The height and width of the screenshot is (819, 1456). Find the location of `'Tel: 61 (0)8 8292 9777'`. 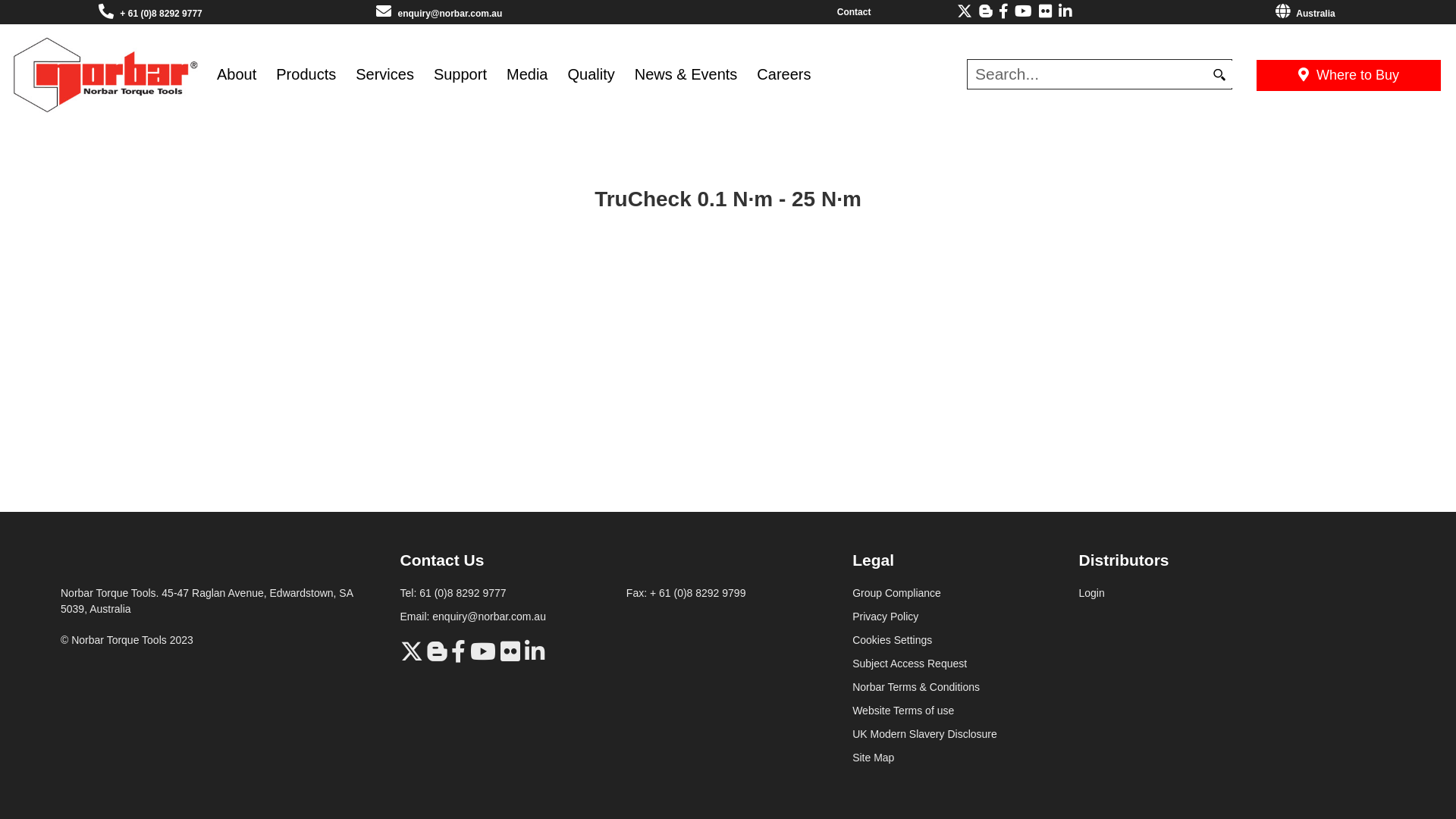

'Tel: 61 (0)8 8292 9777' is located at coordinates (453, 592).